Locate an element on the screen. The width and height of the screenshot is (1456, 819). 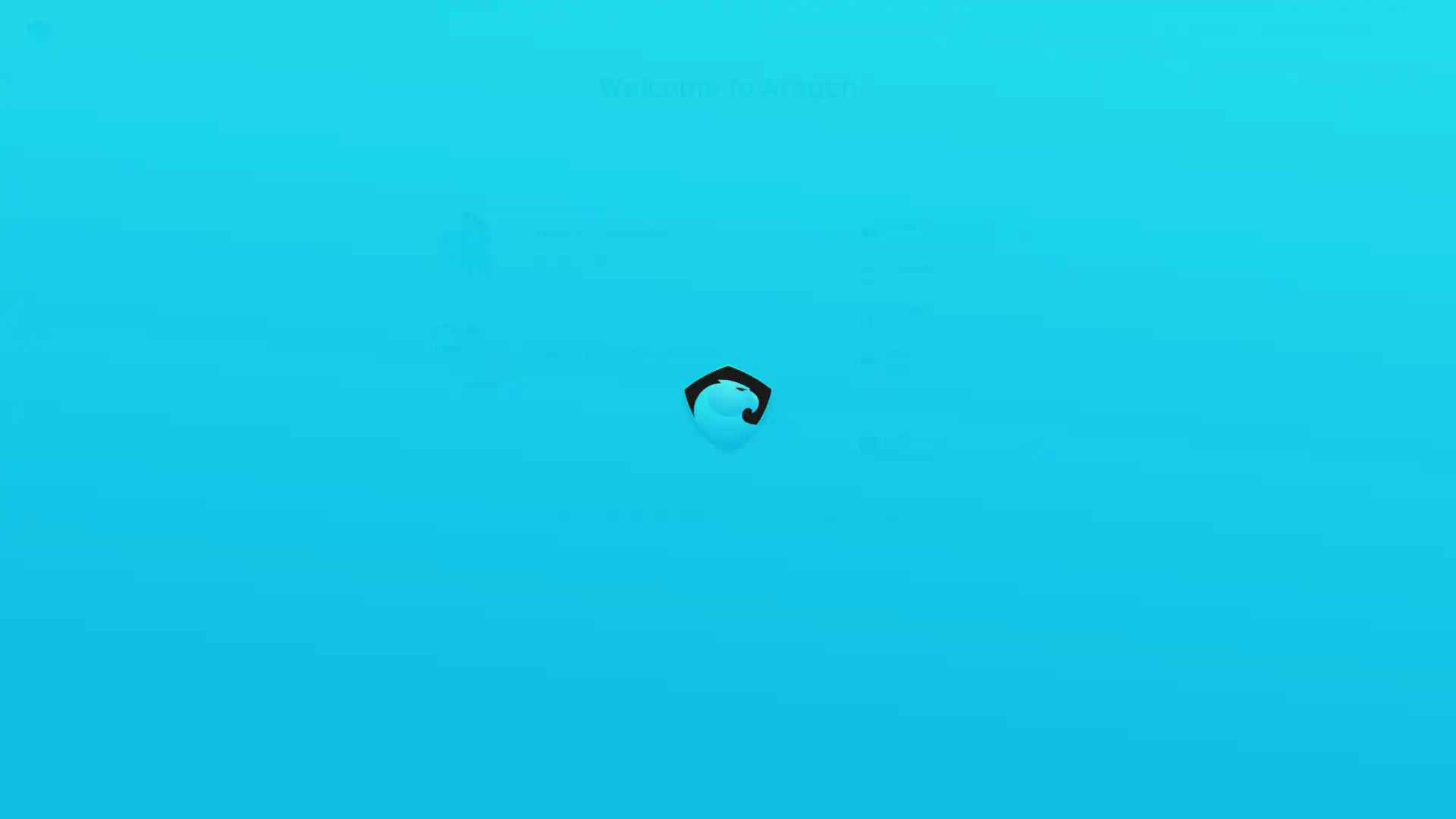
Ethereum is located at coordinates (1222, 23).